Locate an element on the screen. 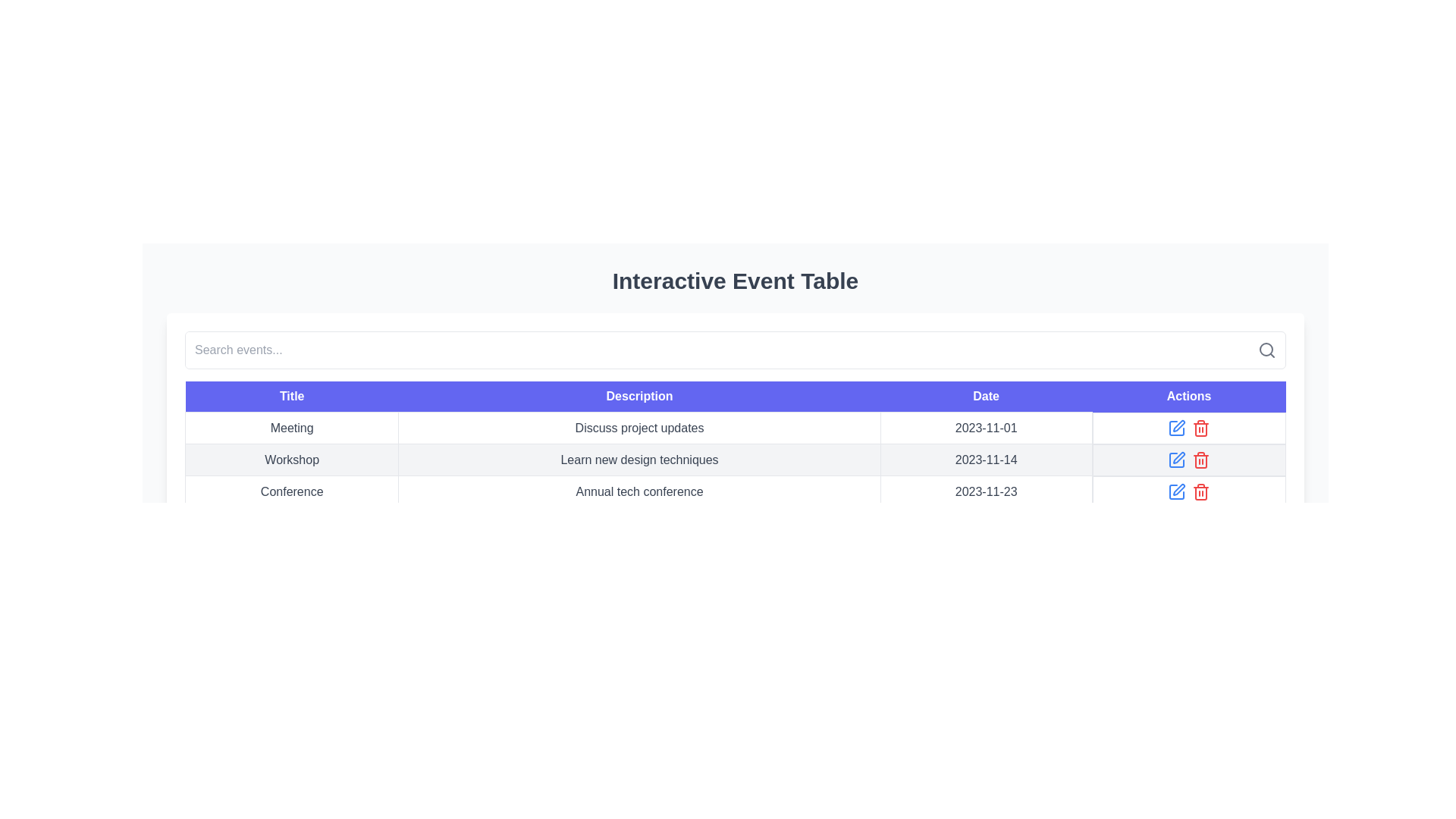 The image size is (1456, 819). the blue pen icon button located in the 'Actions' column for the 'Meeting' event on '2023-11-01' is located at coordinates (1176, 428).